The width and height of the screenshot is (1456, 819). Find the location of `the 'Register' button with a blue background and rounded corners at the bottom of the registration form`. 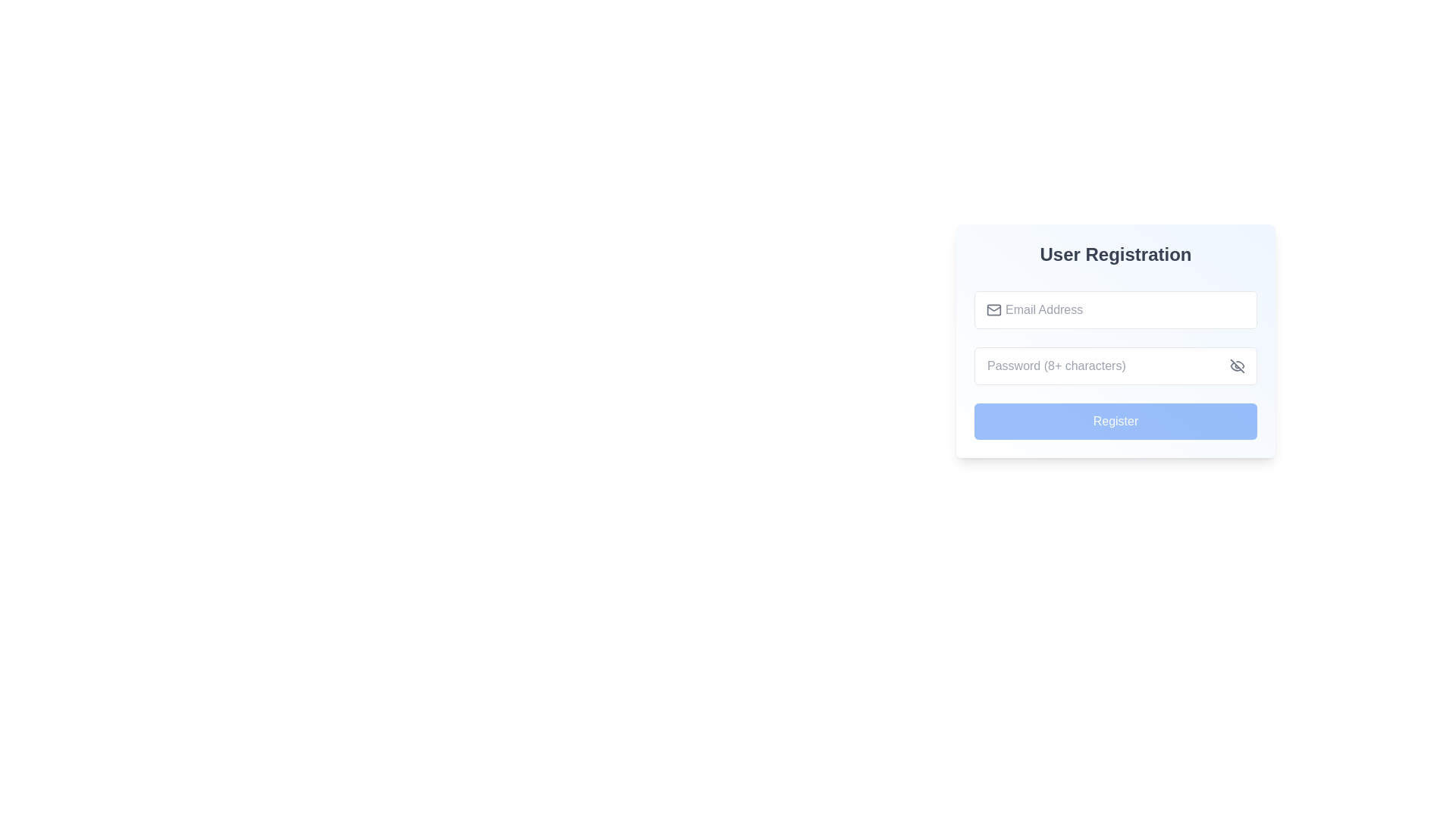

the 'Register' button with a blue background and rounded corners at the bottom of the registration form is located at coordinates (1116, 421).